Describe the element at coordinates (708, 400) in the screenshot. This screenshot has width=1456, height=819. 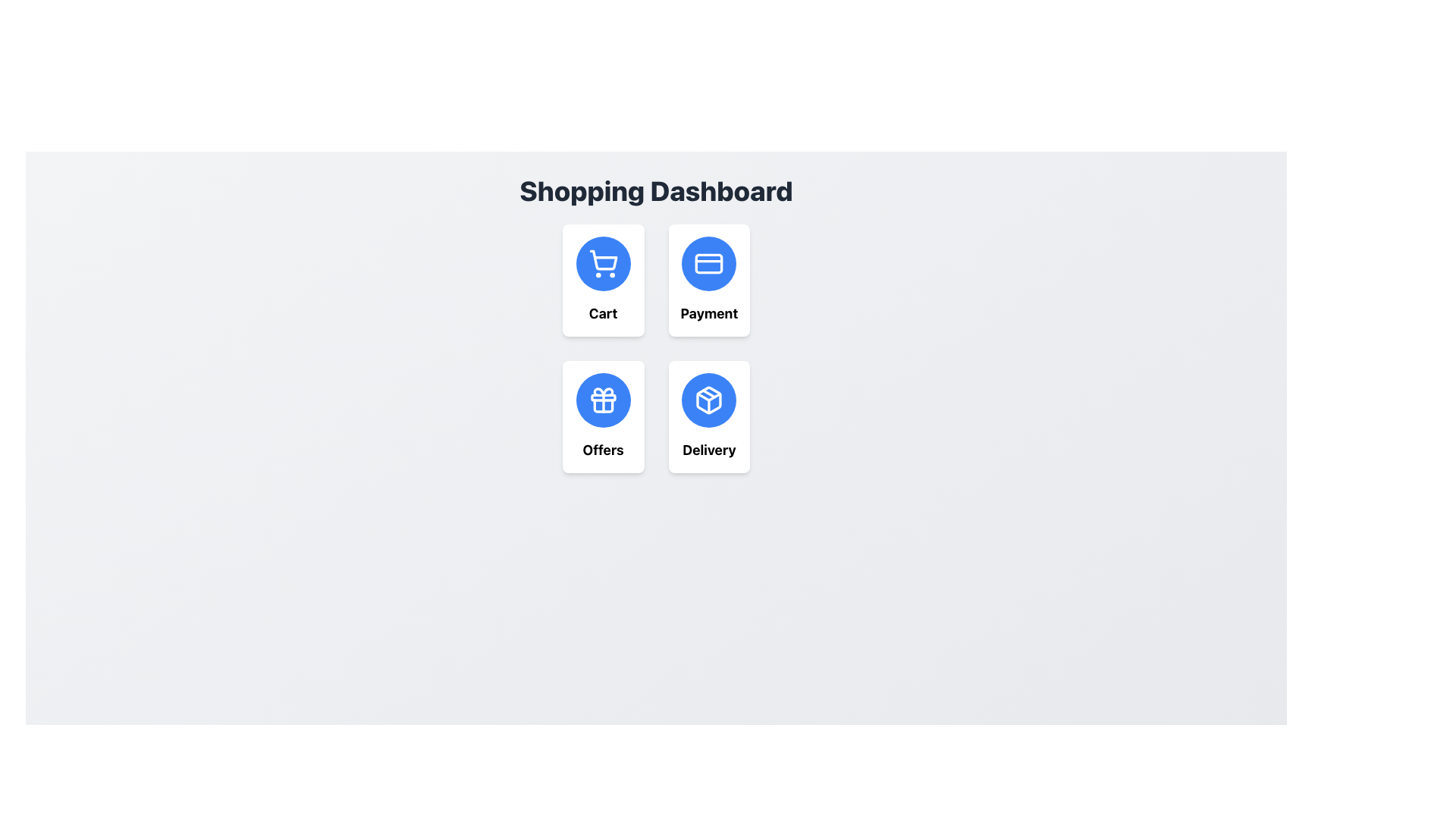
I see `the 'Delivery' icon located in the lower right button of the 2x2 grid of action buttons` at that location.